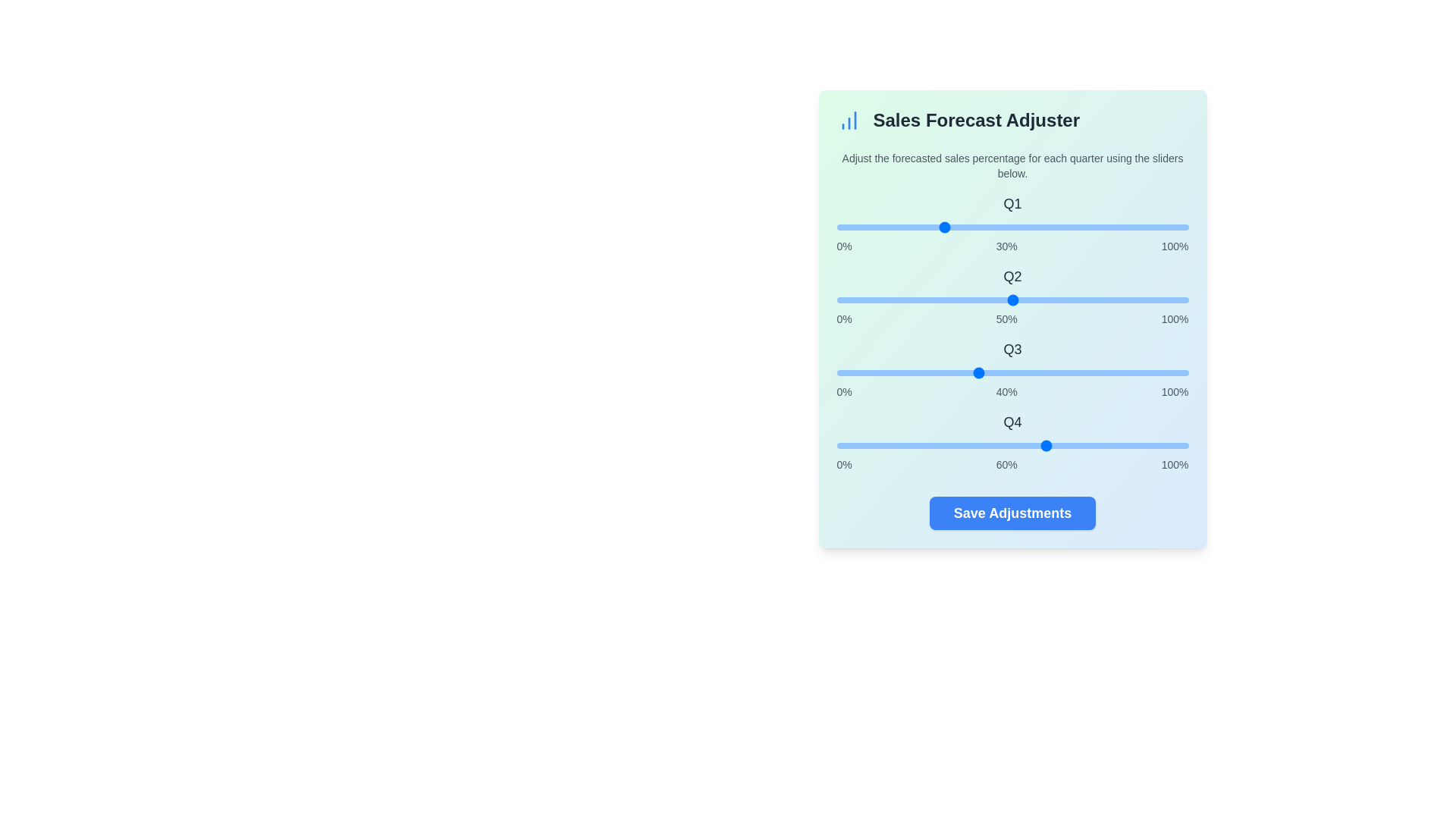  I want to click on the Q4 slider to 95%, so click(1170, 444).